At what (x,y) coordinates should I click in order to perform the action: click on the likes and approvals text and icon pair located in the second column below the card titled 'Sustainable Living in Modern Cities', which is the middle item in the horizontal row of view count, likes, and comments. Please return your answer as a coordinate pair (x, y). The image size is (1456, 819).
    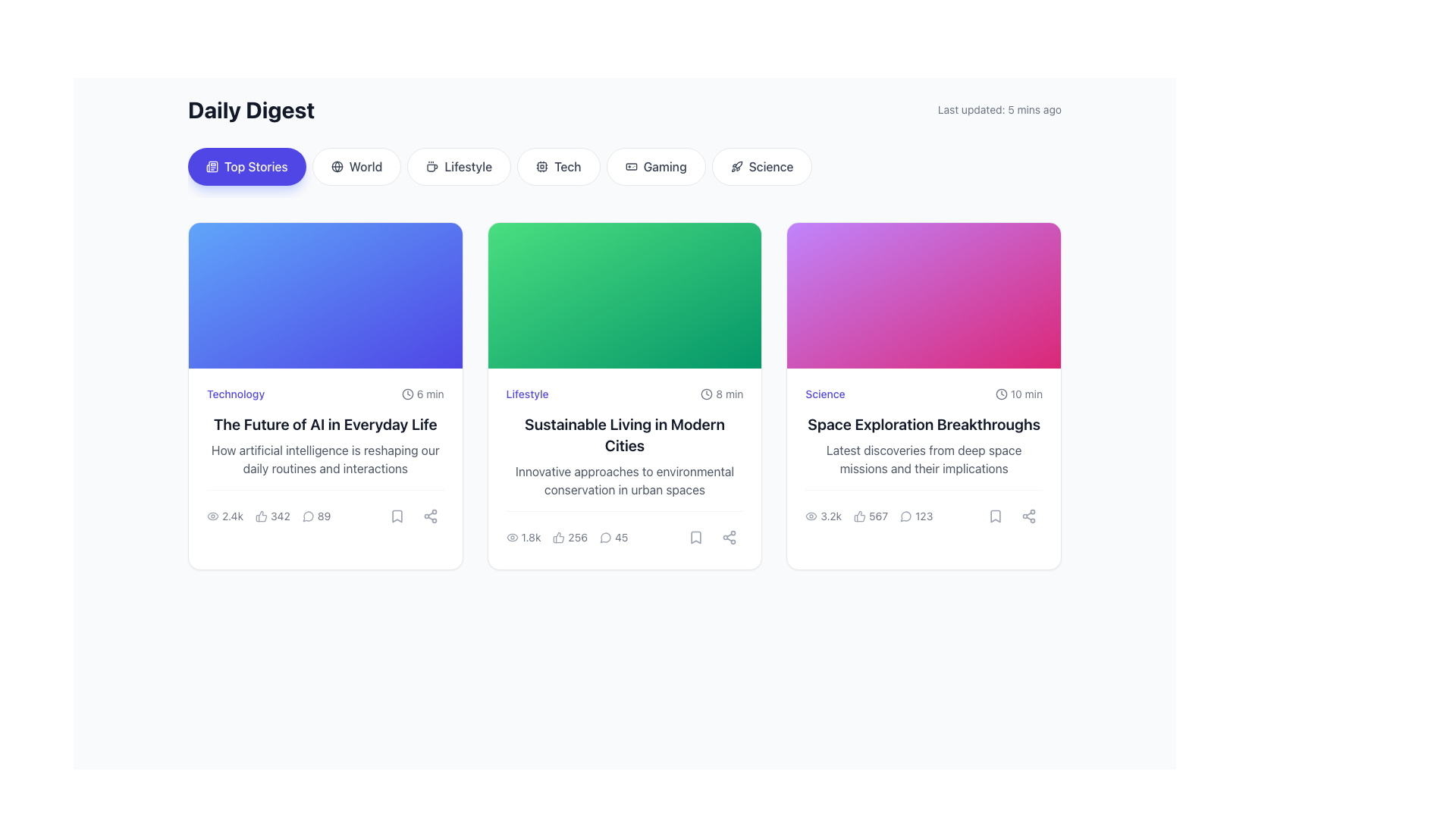
    Looking at the image, I should click on (570, 537).